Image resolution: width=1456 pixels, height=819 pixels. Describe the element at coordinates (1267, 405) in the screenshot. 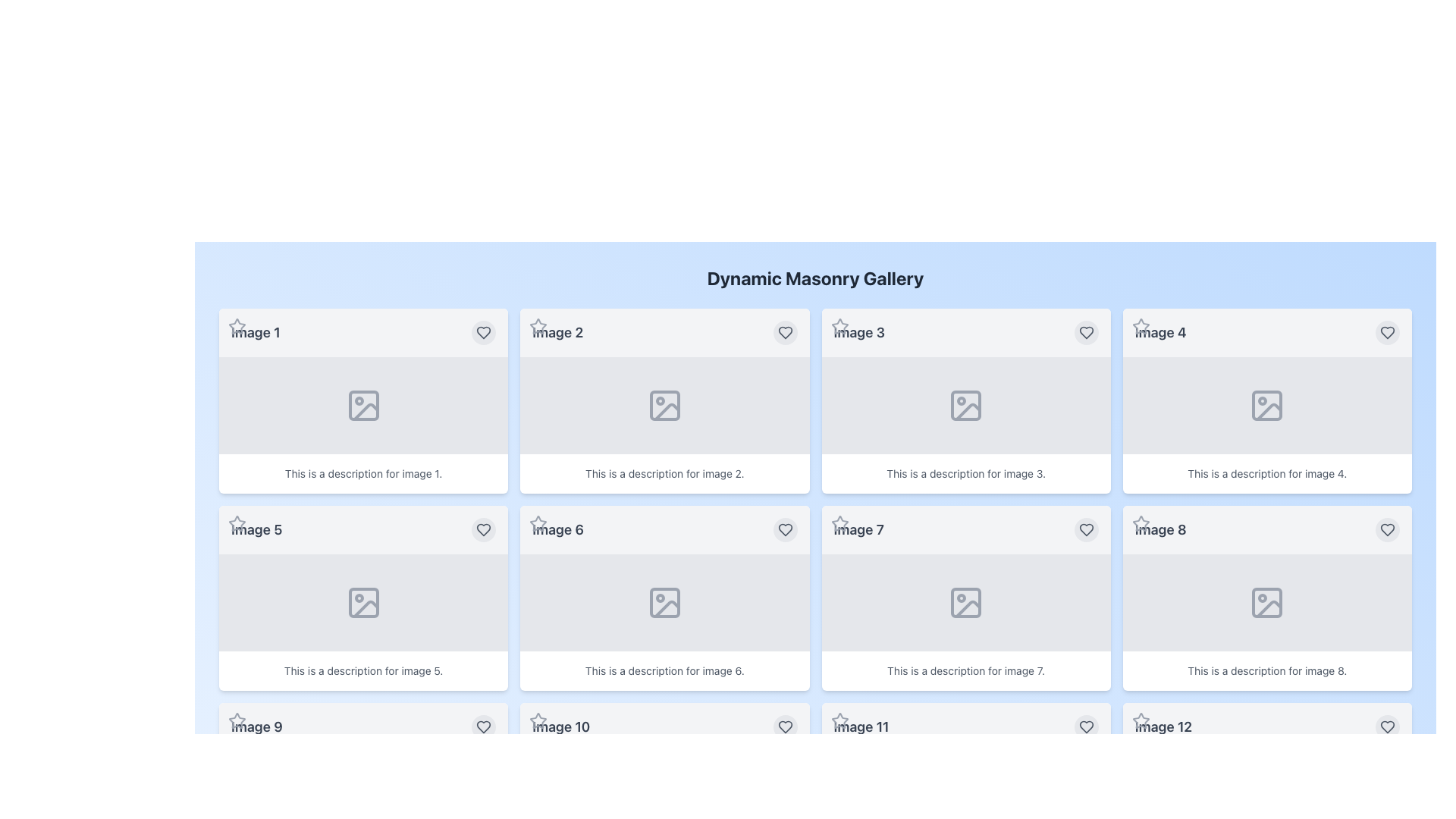

I see `the image placeholder icon located in the fourth tile of the dynamic masonry gallery, positioned below the 'Image 4' label` at that location.